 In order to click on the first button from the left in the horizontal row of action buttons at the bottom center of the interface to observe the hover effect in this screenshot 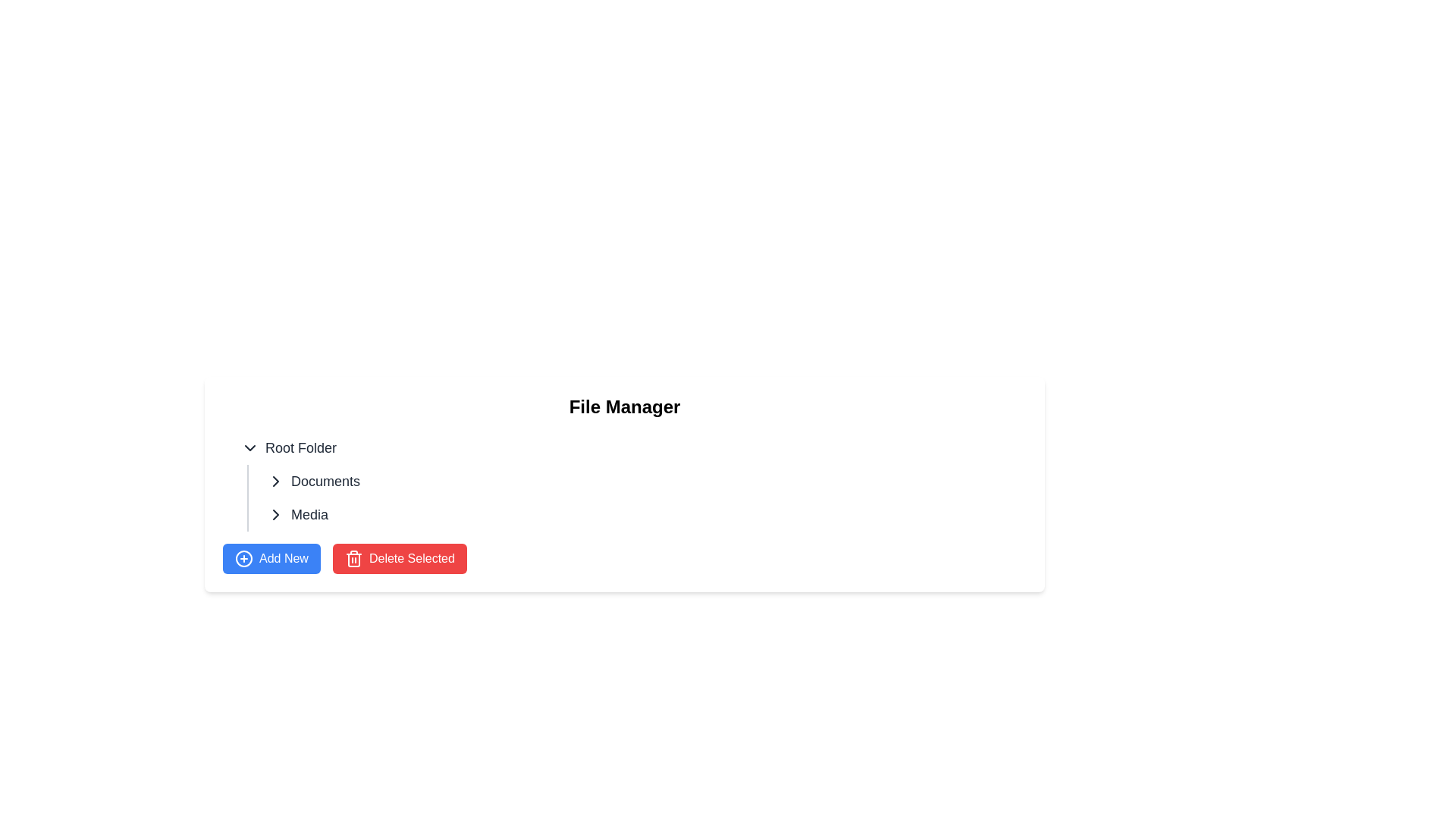, I will do `click(271, 558)`.